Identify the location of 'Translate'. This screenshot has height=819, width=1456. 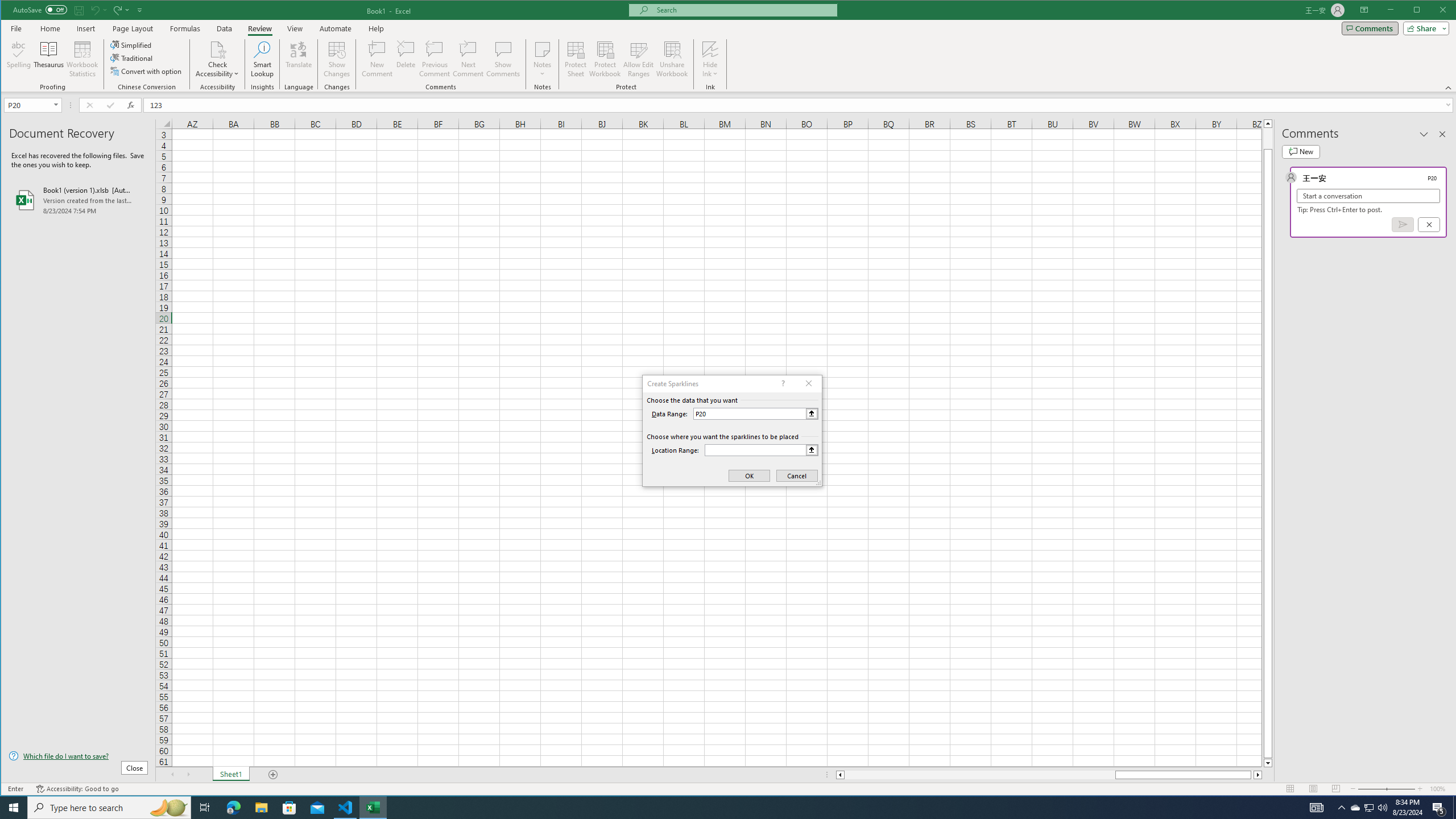
(297, 59).